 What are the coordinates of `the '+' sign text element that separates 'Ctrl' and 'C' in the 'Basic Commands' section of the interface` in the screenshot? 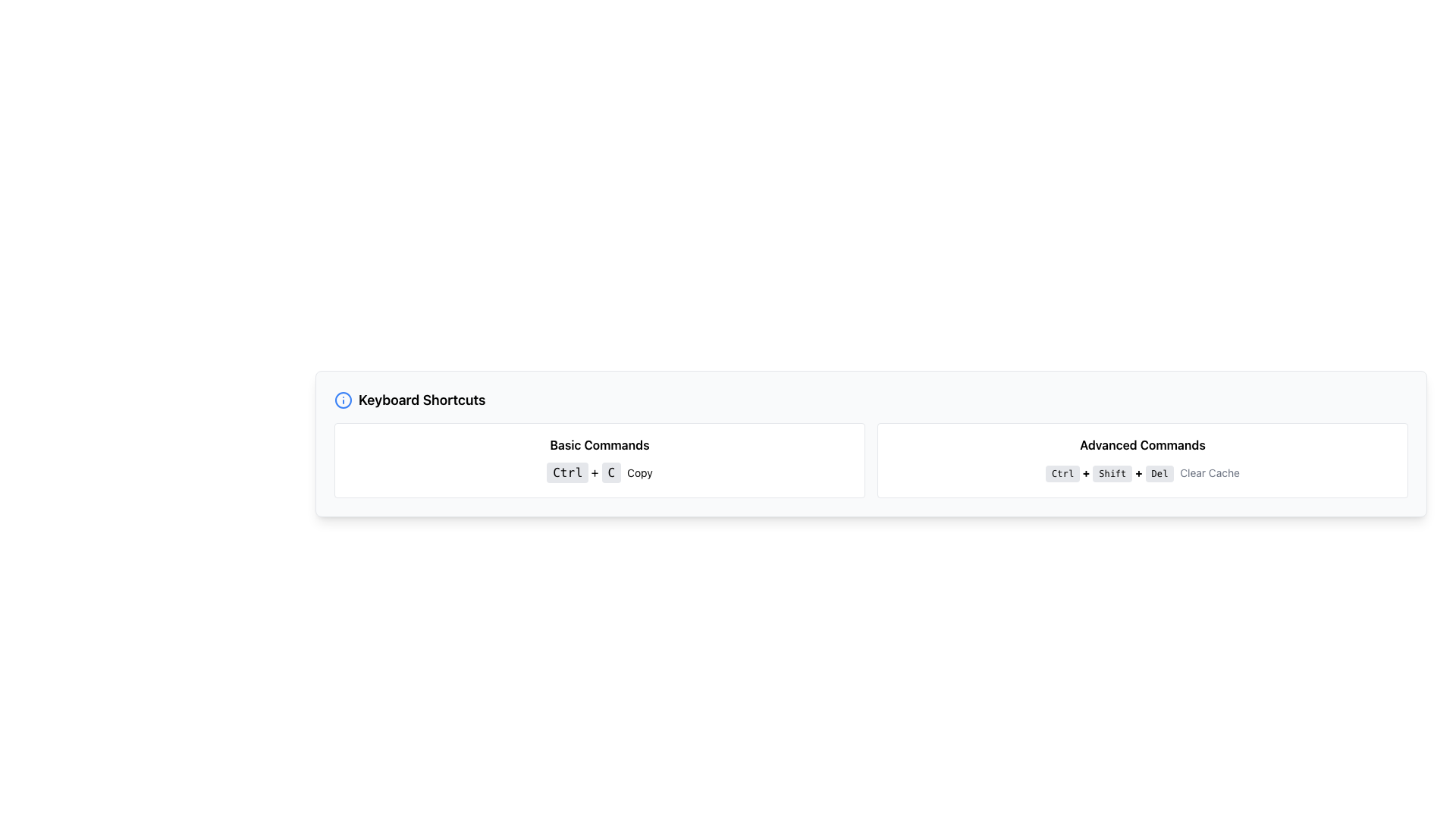 It's located at (594, 472).